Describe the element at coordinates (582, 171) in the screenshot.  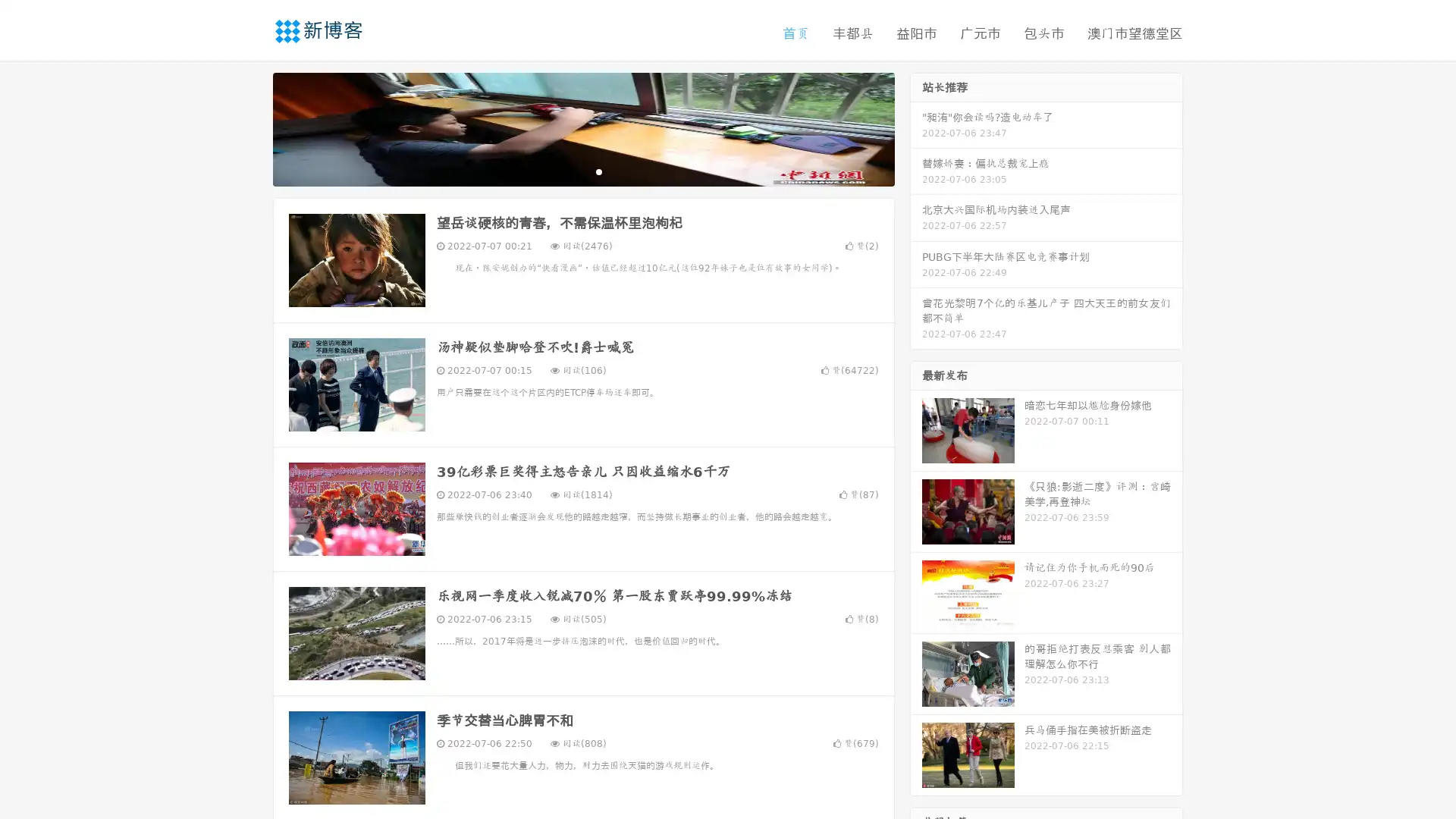
I see `Go to slide 2` at that location.